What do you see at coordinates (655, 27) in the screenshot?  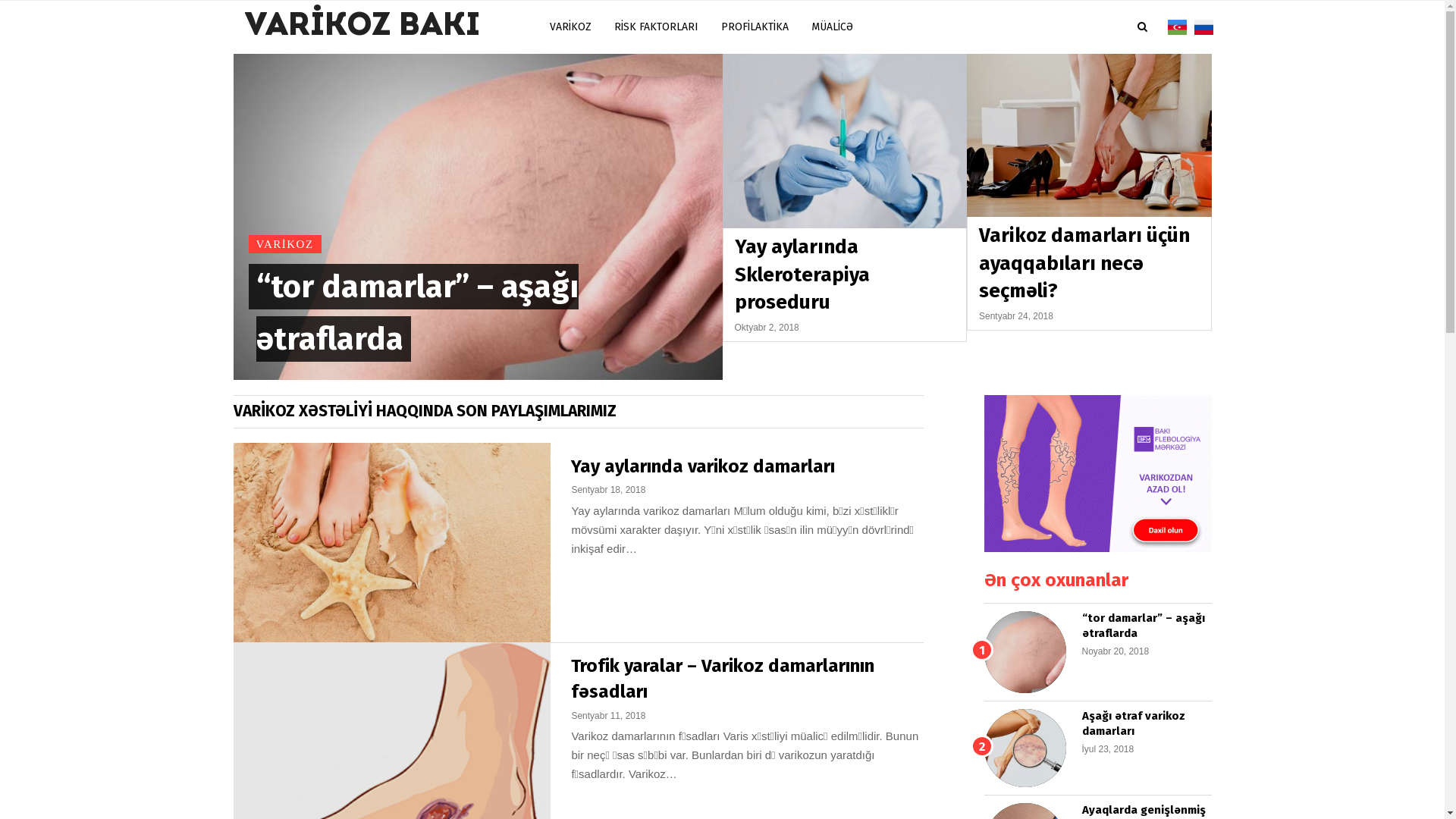 I see `'RISK FAKTORLARI'` at bounding box center [655, 27].